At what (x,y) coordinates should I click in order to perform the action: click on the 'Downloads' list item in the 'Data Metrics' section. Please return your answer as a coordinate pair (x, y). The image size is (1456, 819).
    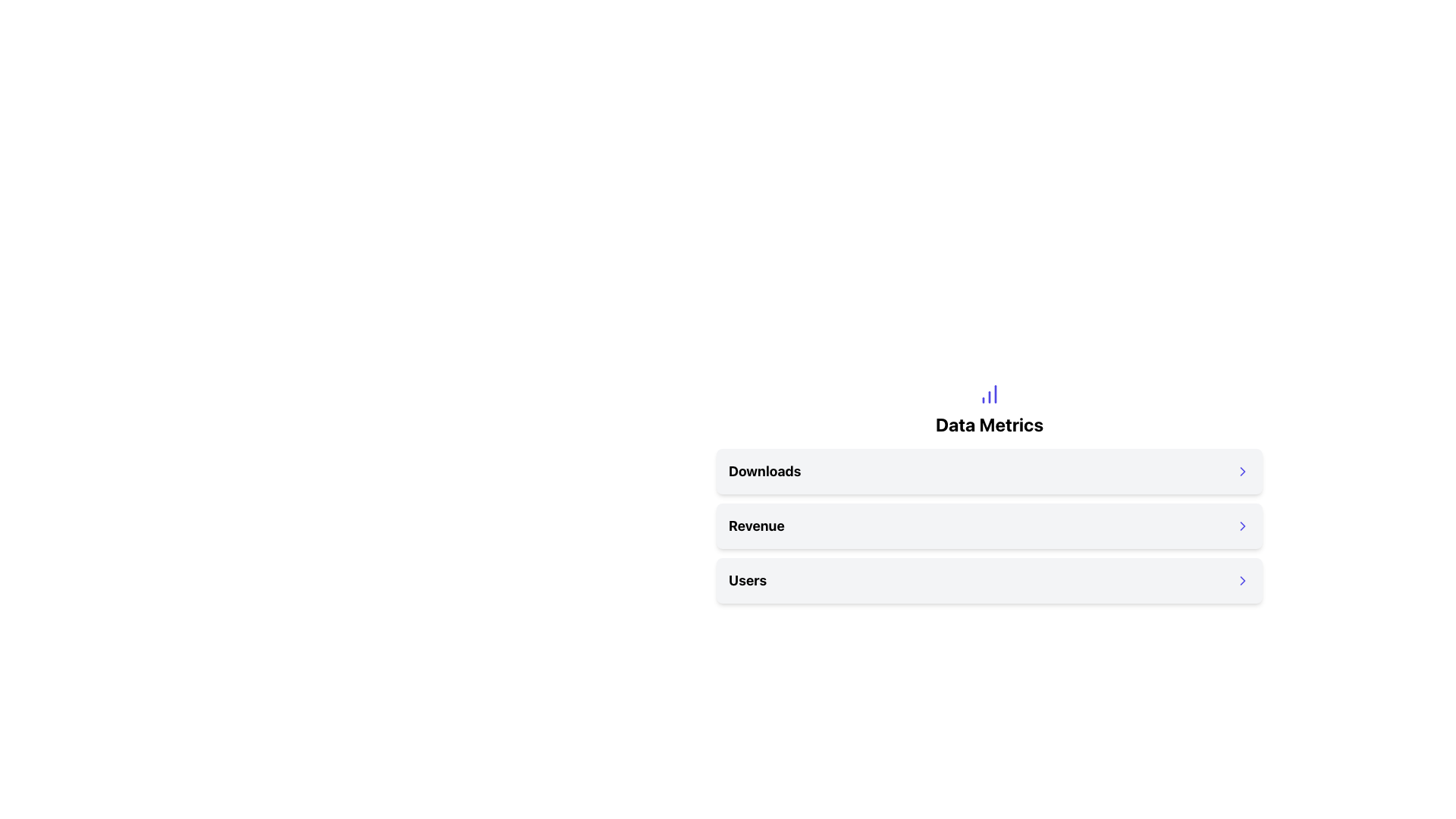
    Looking at the image, I should click on (990, 470).